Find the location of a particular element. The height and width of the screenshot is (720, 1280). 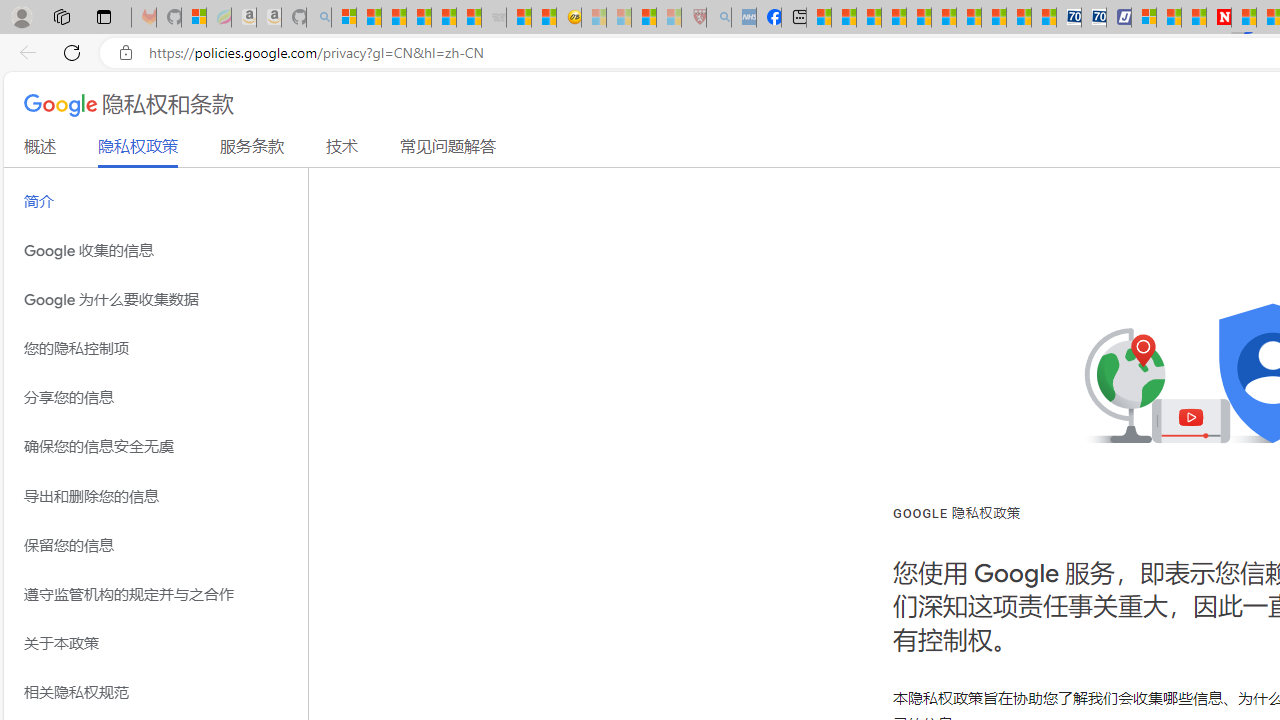

'Newsweek - News, Analysis, Politics, Business, Technology' is located at coordinates (1218, 17).